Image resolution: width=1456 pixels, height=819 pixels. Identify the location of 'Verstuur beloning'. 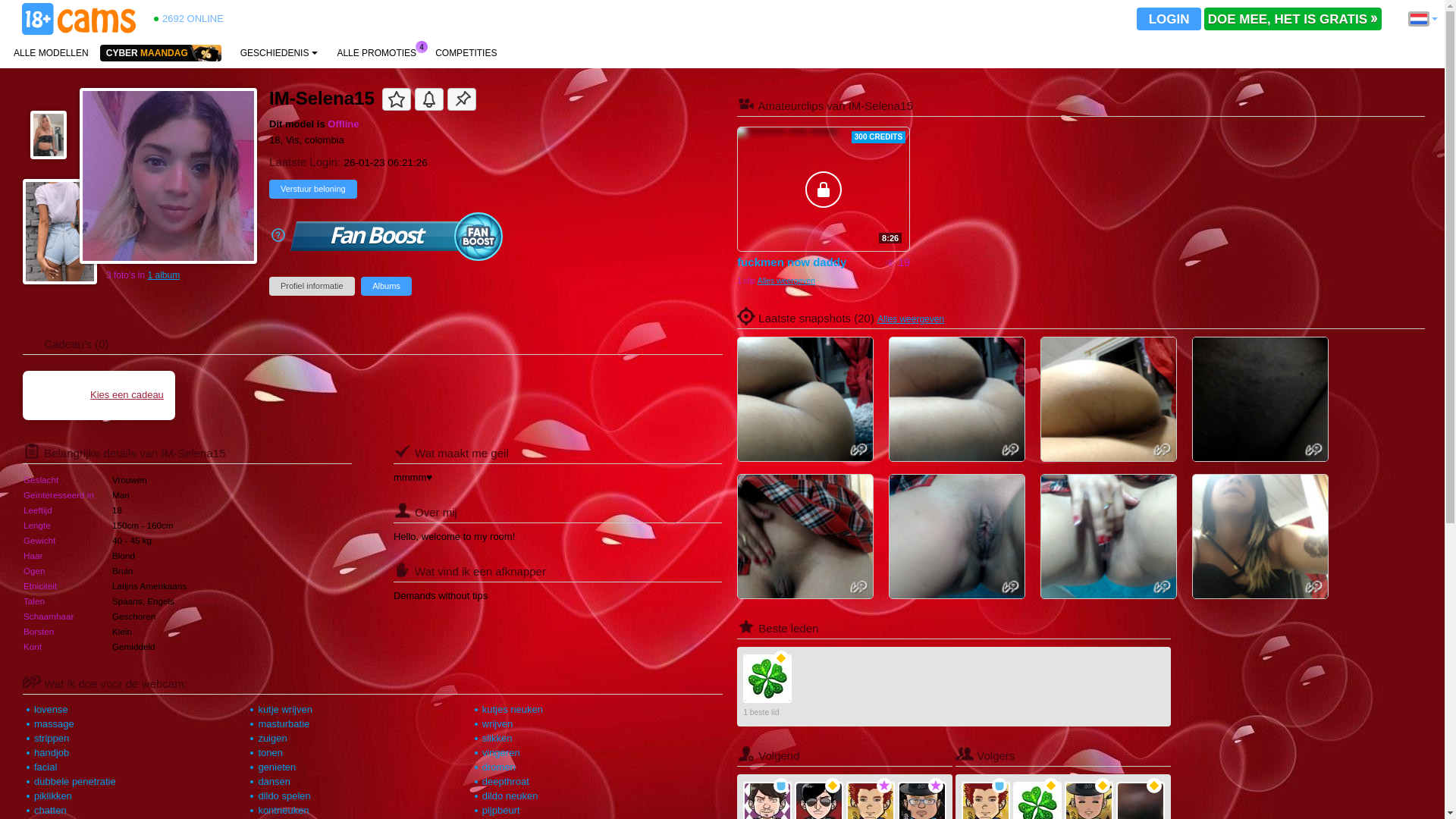
(312, 188).